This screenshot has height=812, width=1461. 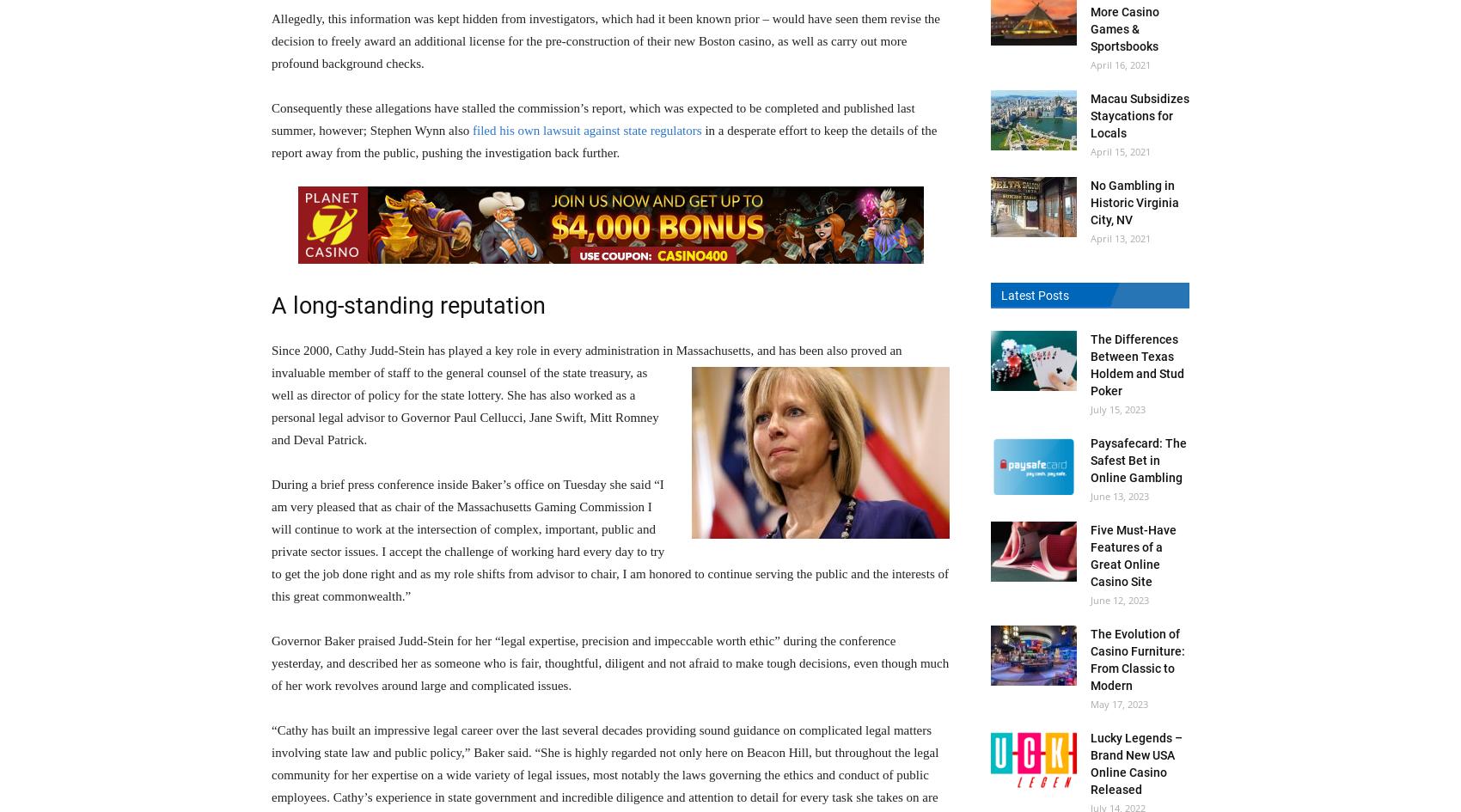 I want to click on 'Macau Subsidizes Staycations for Locals', so click(x=1140, y=116).